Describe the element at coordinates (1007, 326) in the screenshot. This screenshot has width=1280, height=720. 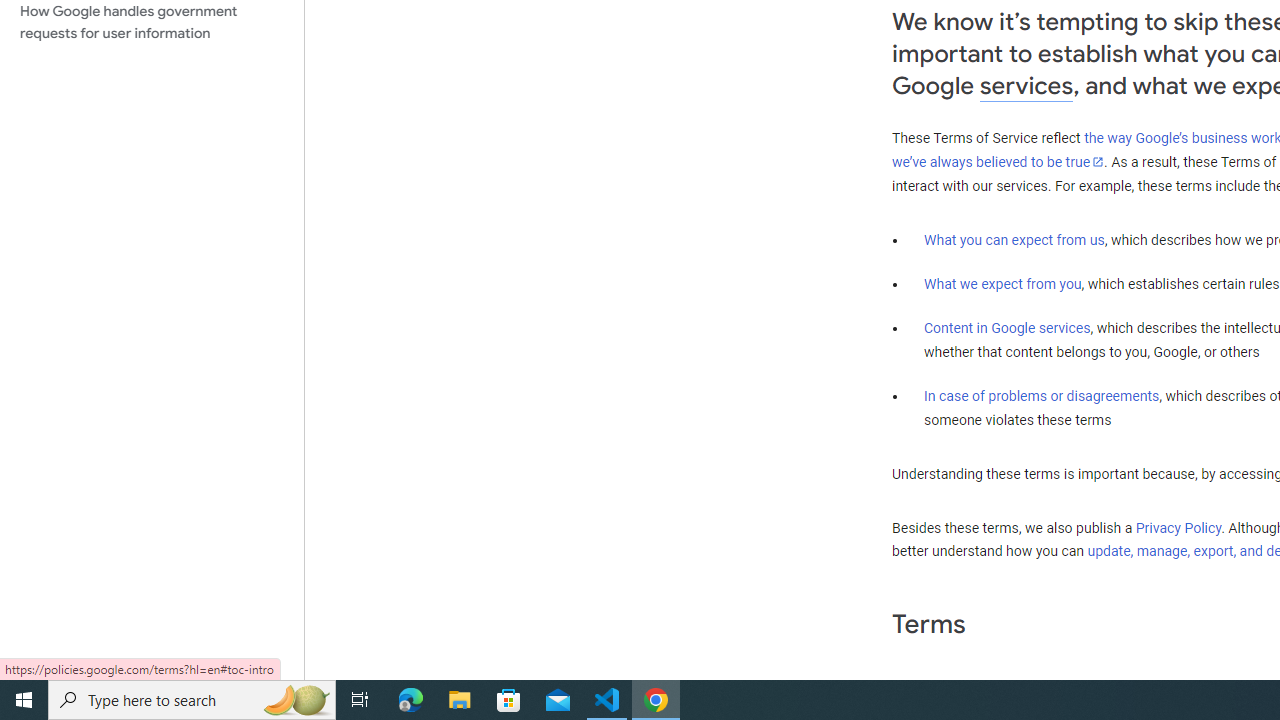
I see `'Content in Google services'` at that location.